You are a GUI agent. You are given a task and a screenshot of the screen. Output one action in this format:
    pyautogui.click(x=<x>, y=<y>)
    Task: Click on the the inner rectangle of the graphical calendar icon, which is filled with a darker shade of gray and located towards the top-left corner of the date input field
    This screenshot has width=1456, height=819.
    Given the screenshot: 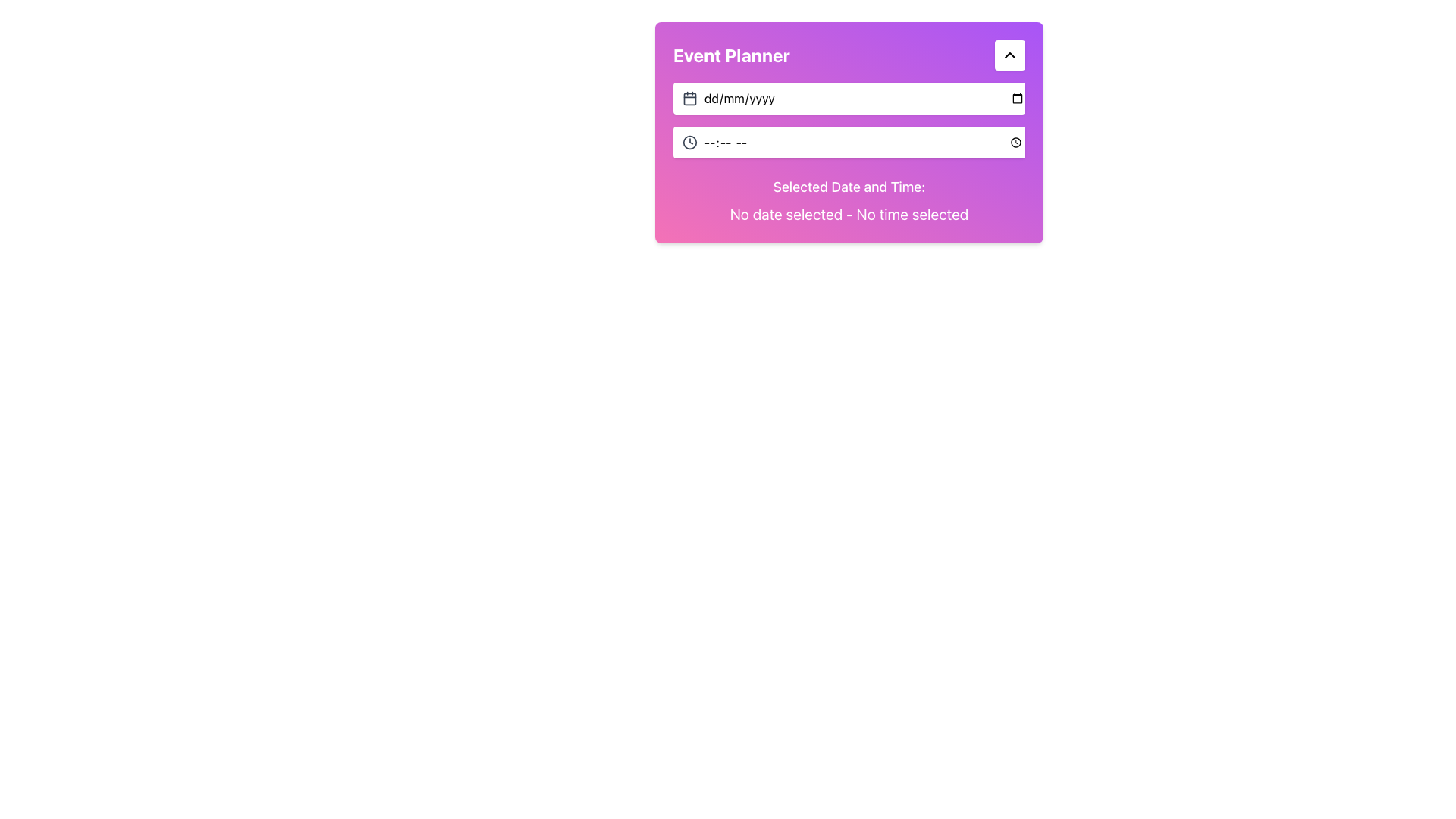 What is the action you would take?
    pyautogui.click(x=689, y=99)
    